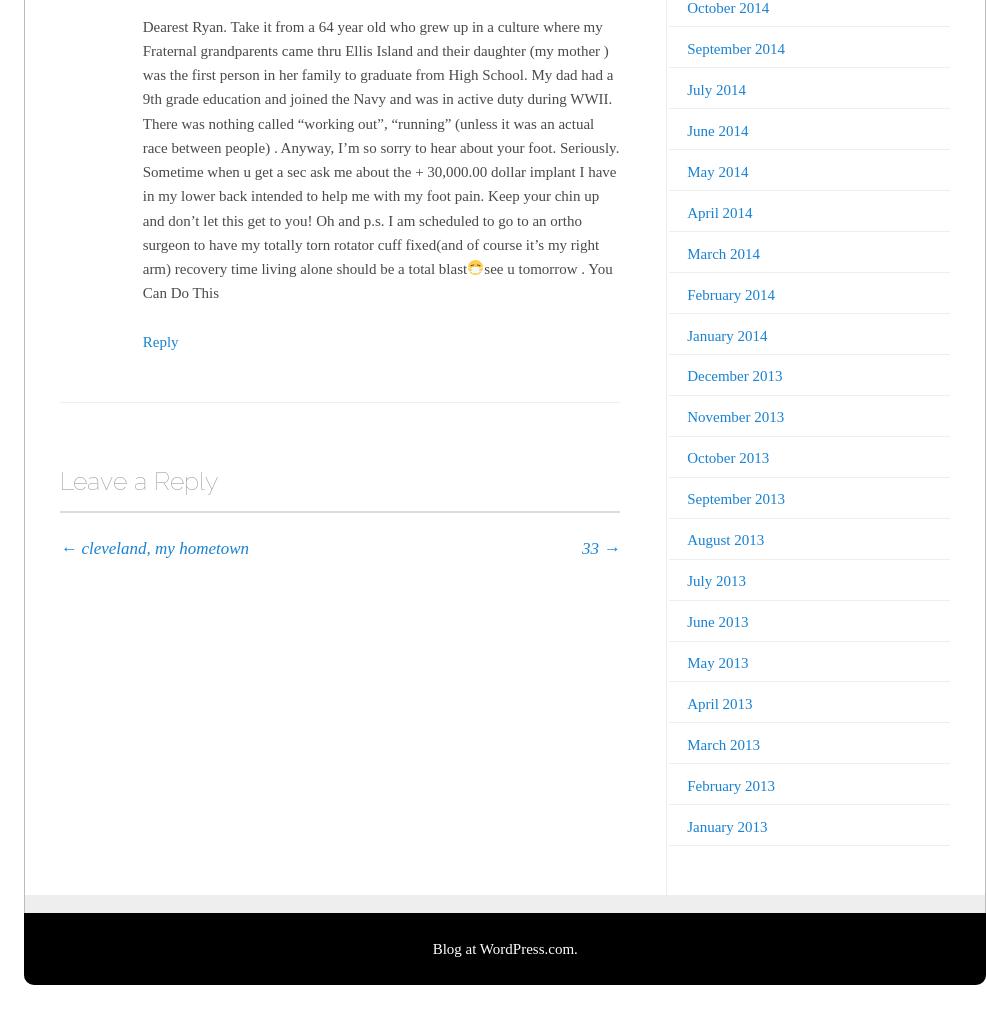 This screenshot has height=1010, width=986. What do you see at coordinates (718, 210) in the screenshot?
I see `'April 2014'` at bounding box center [718, 210].